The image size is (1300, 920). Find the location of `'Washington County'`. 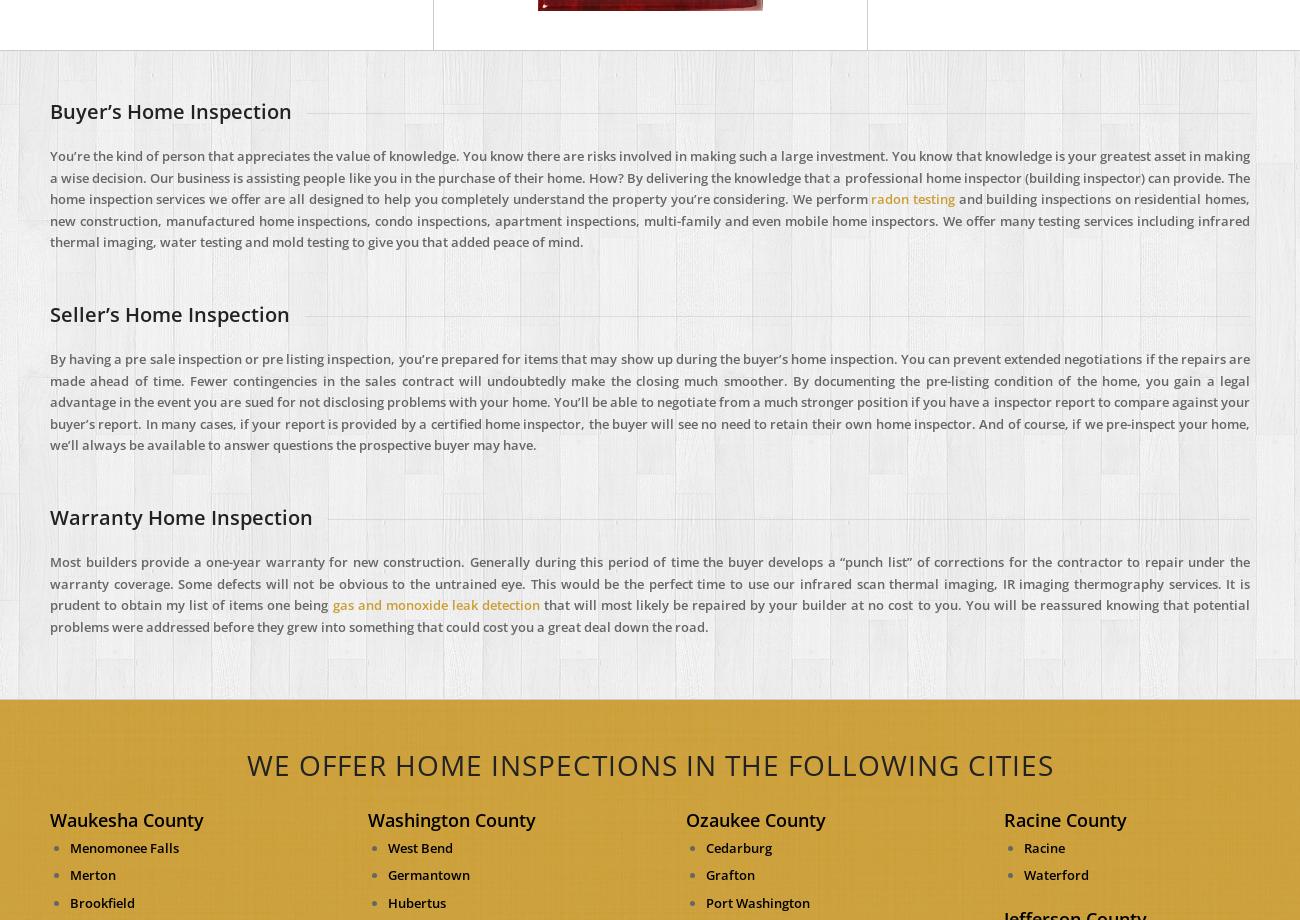

'Washington County' is located at coordinates (451, 817).